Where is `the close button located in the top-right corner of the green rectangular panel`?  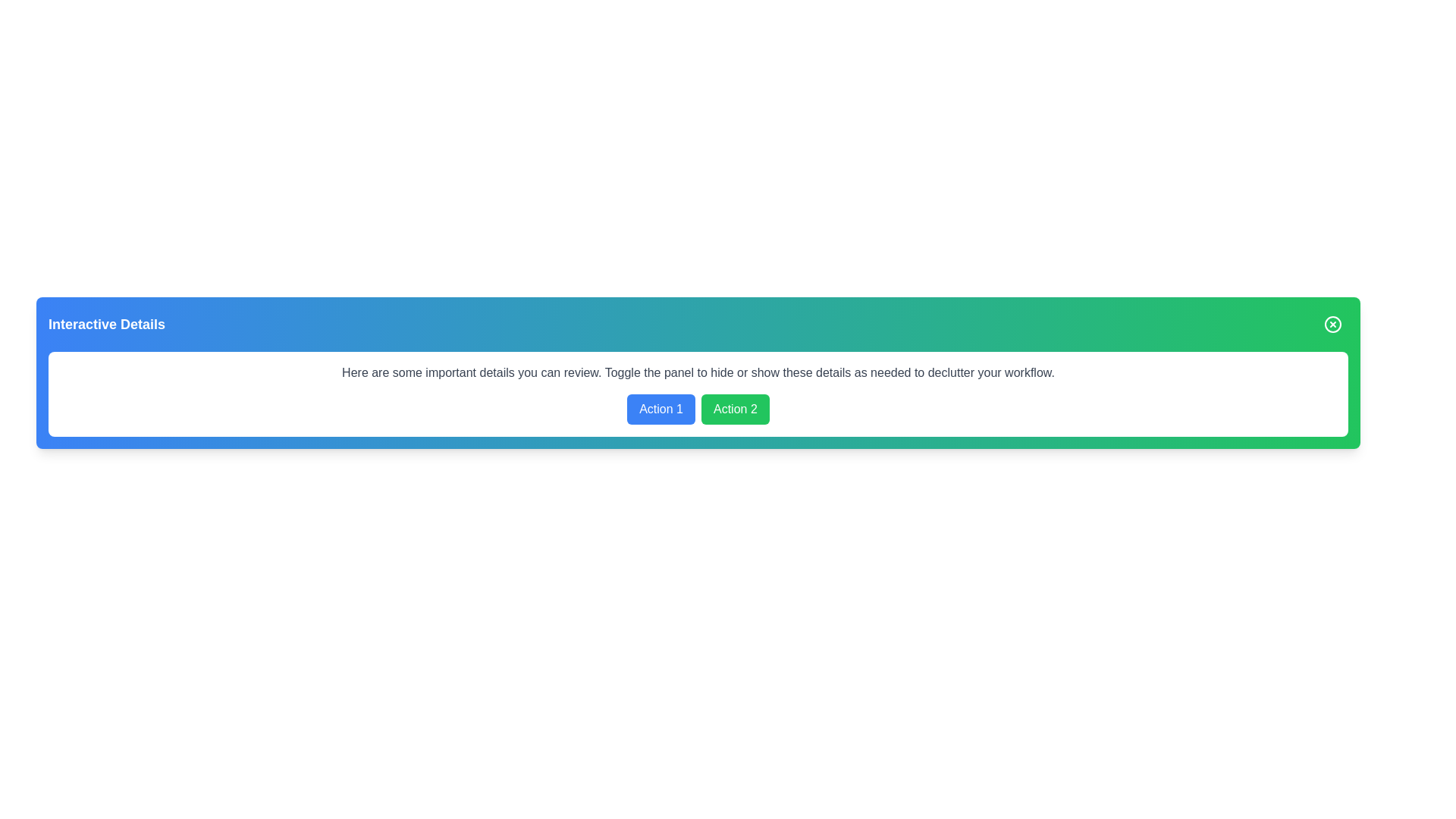 the close button located in the top-right corner of the green rectangular panel is located at coordinates (1332, 324).